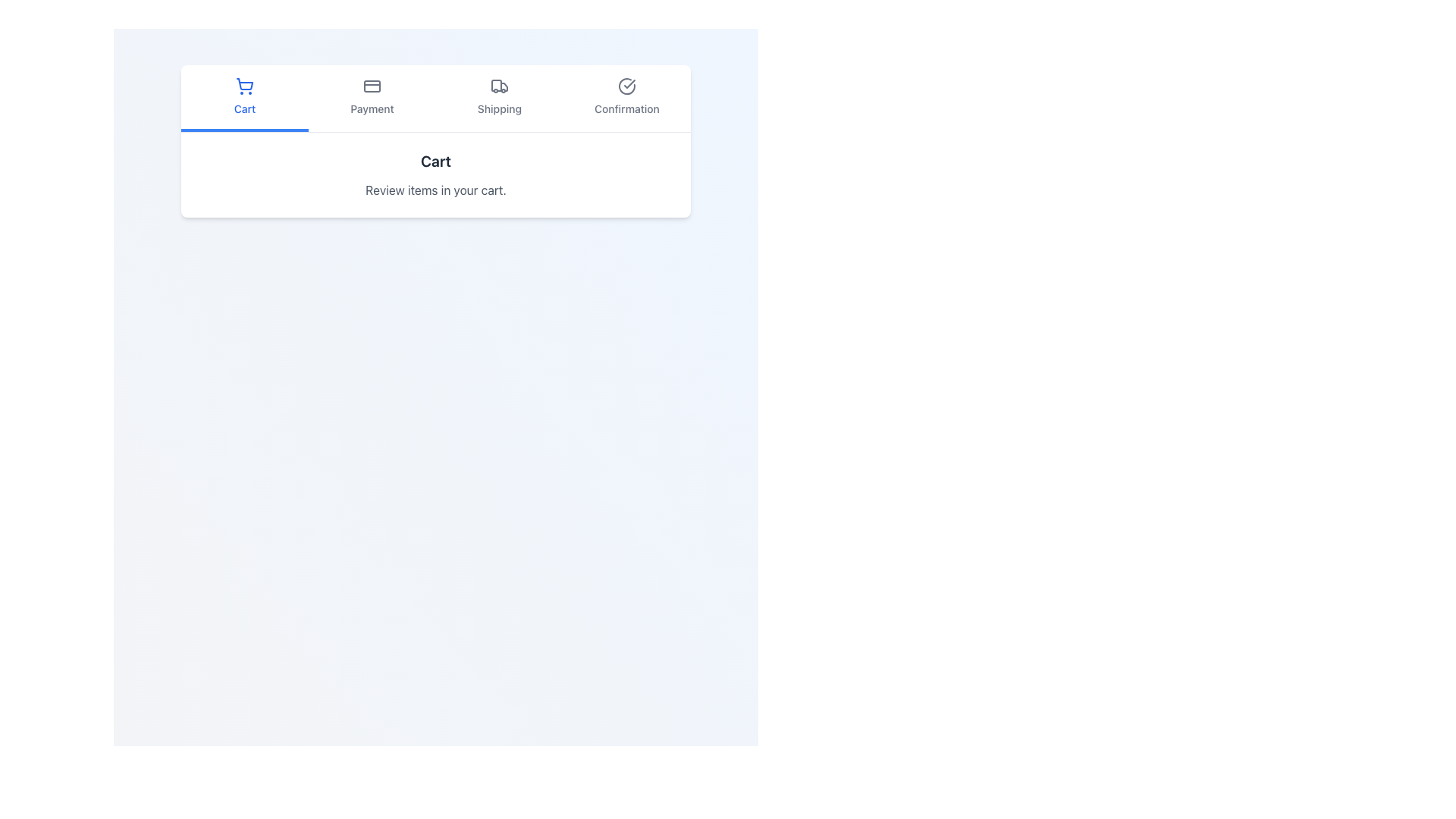 Image resolution: width=1456 pixels, height=819 pixels. Describe the element at coordinates (435, 161) in the screenshot. I see `the 'Cart' section header text label, which indicates the current section of the shopping process` at that location.